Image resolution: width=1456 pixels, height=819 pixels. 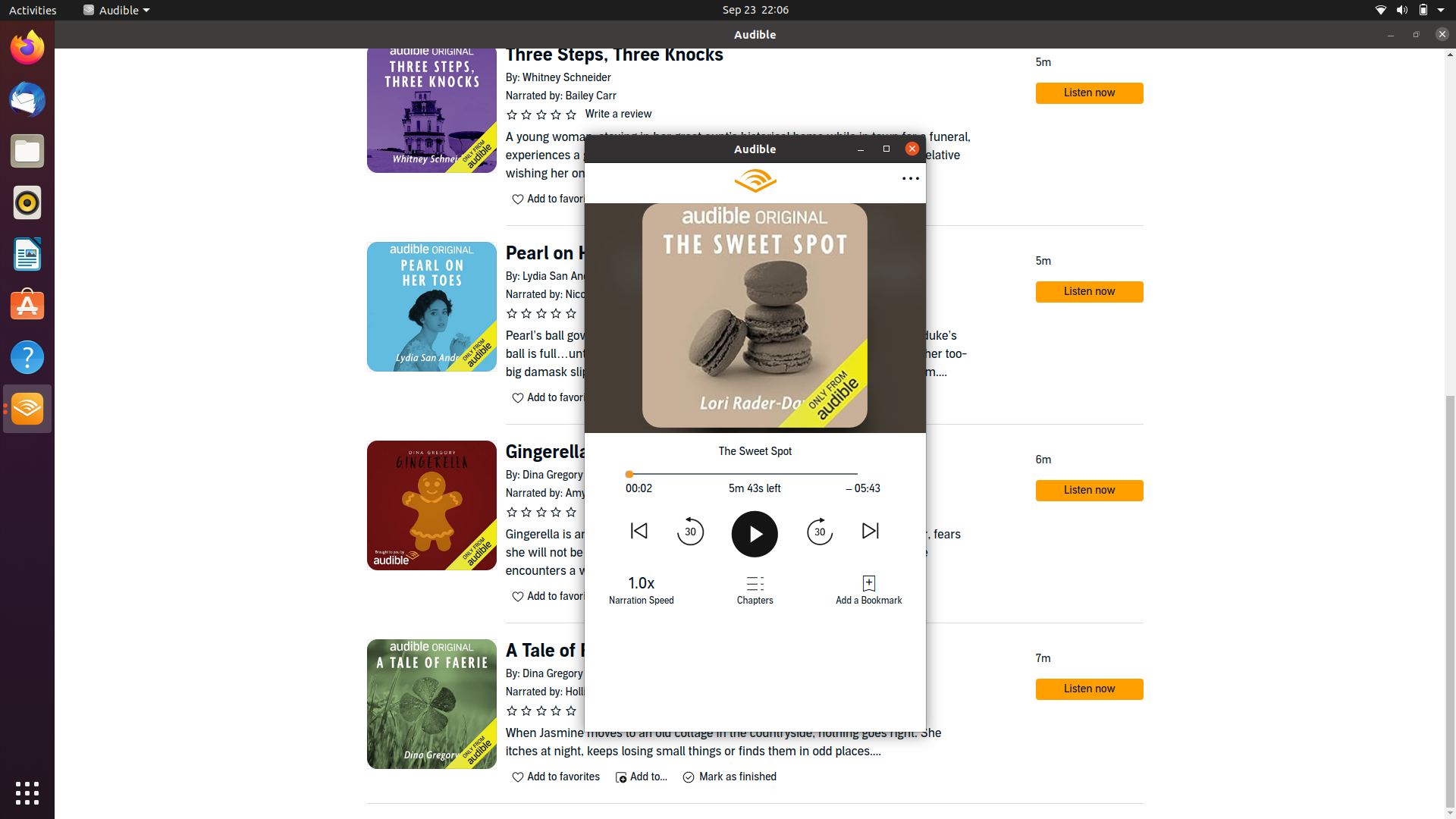 I want to click on Close book, so click(x=912, y=149).